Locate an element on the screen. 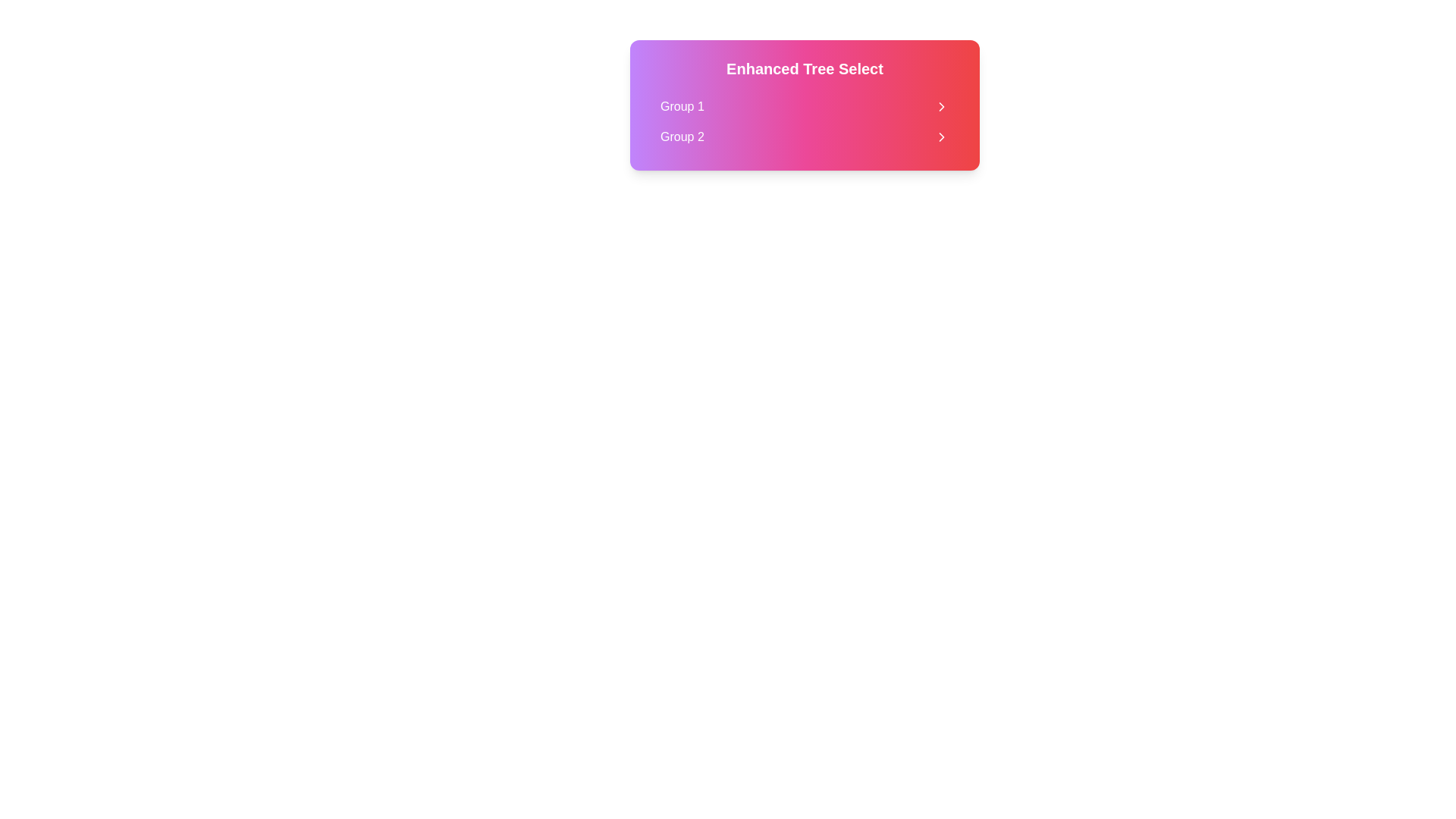  the central part of the chevron icon positioned to the right of the 'Group 2' text within a menu box, which is non-interactive but visually assists in navigation hinting is located at coordinates (941, 137).